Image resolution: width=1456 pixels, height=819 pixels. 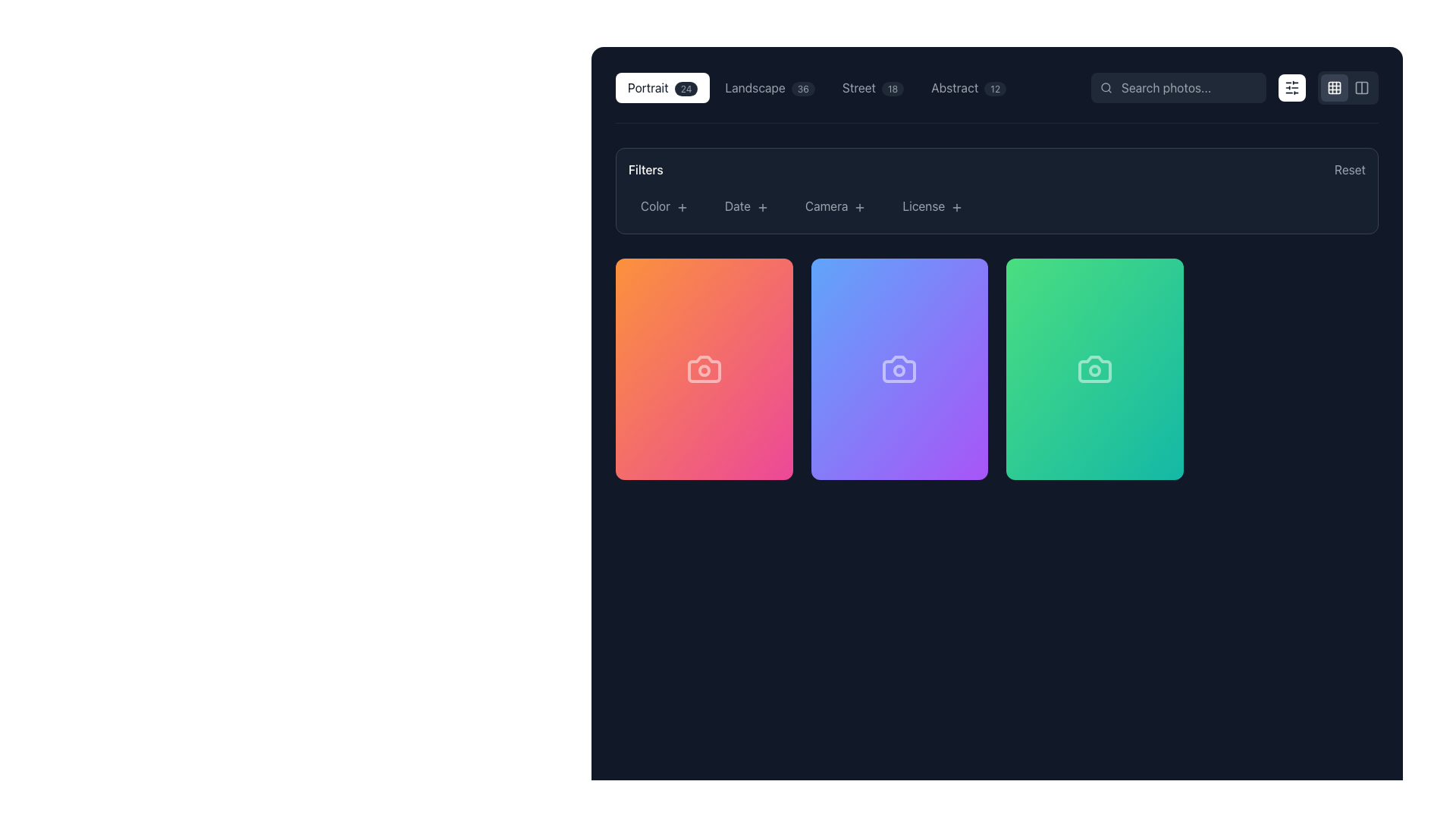 I want to click on the Text badge displaying '36' in light gray font, which is located in the top navigation bar, adjacent to the 'Landscape' label, so click(x=802, y=89).